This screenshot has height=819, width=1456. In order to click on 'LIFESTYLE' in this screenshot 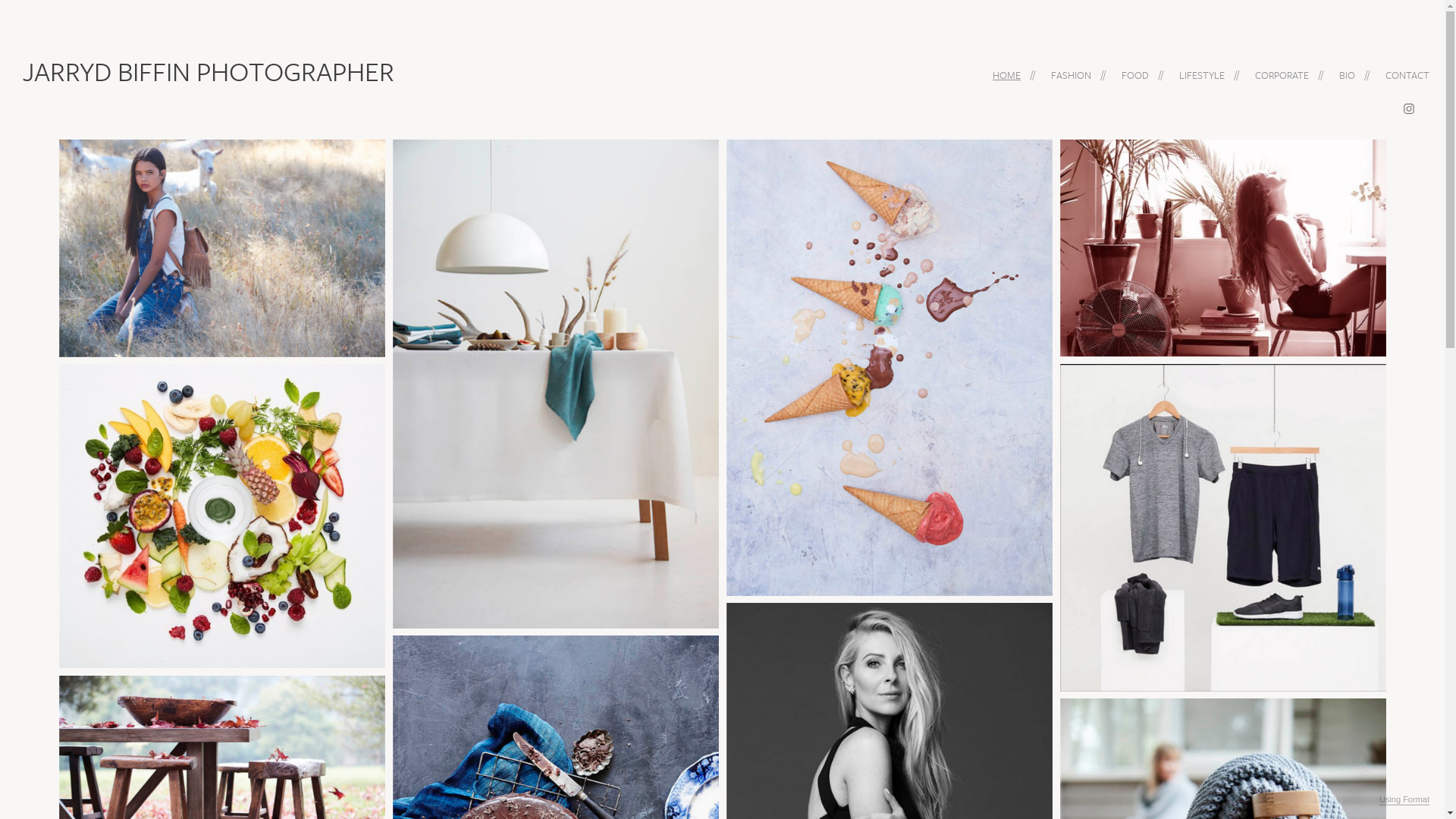, I will do `click(1178, 73)`.